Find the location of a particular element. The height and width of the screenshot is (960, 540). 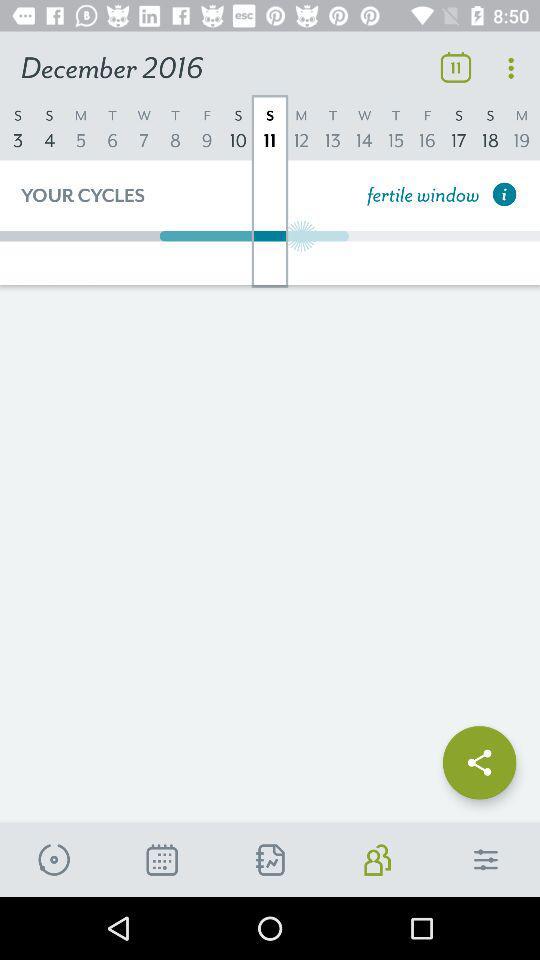

settings option is located at coordinates (485, 859).